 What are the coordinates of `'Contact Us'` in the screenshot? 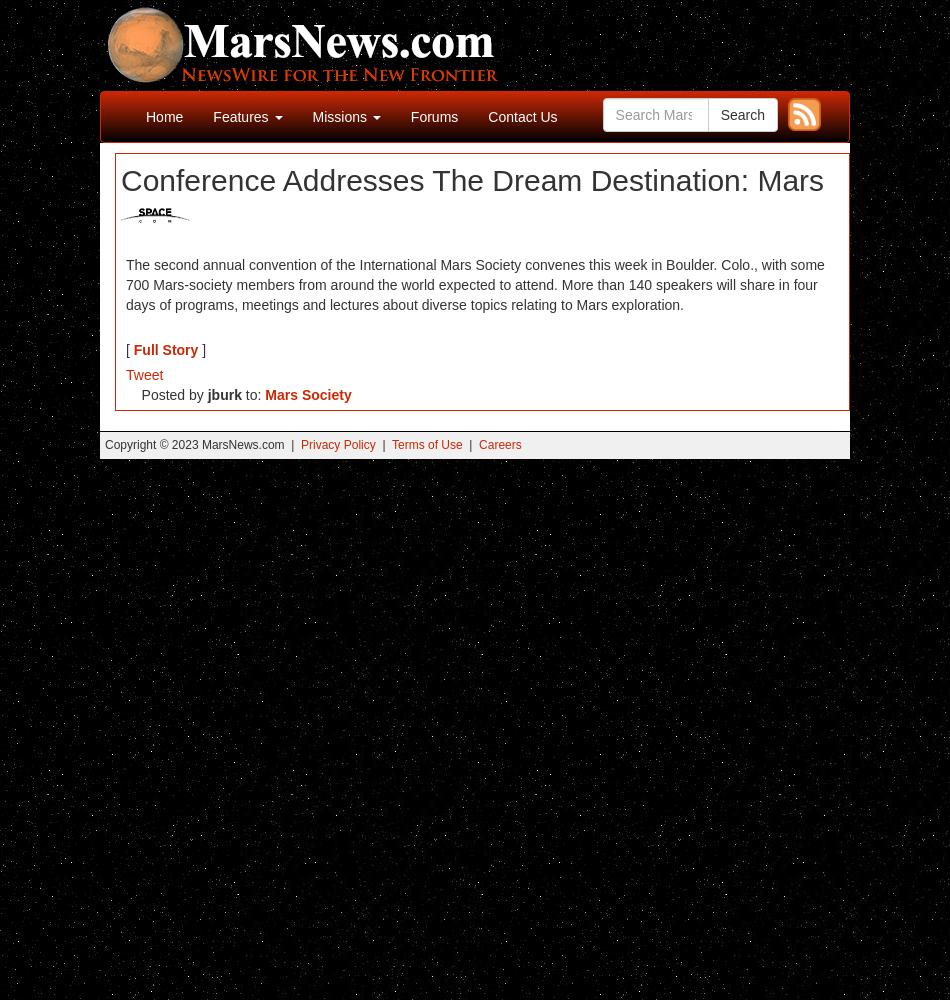 It's located at (522, 116).